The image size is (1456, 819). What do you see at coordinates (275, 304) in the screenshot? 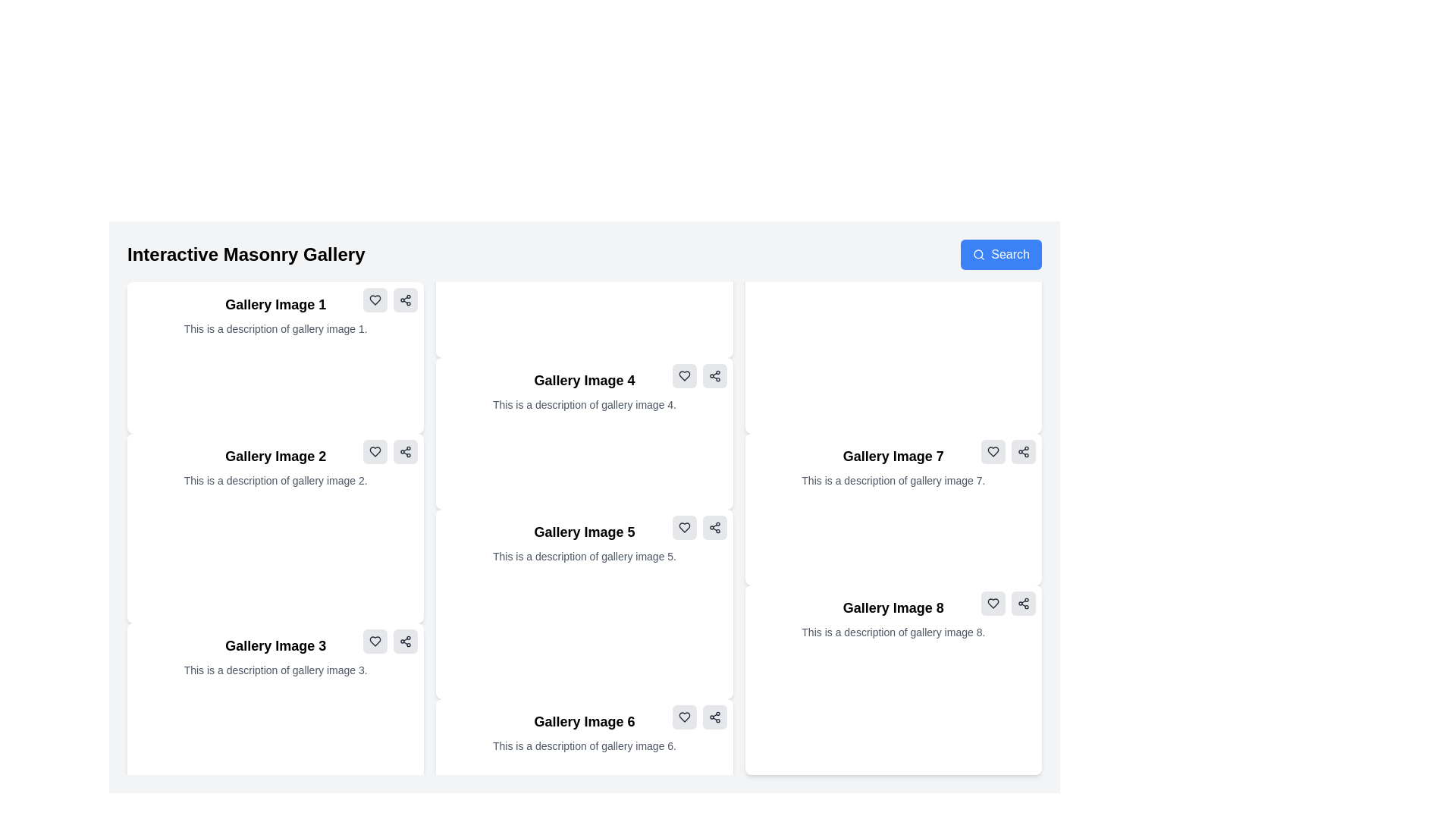
I see `the bold text label that reads 'Gallery Image 1', located in the top-left corner of the gallery layout, above its description` at bounding box center [275, 304].